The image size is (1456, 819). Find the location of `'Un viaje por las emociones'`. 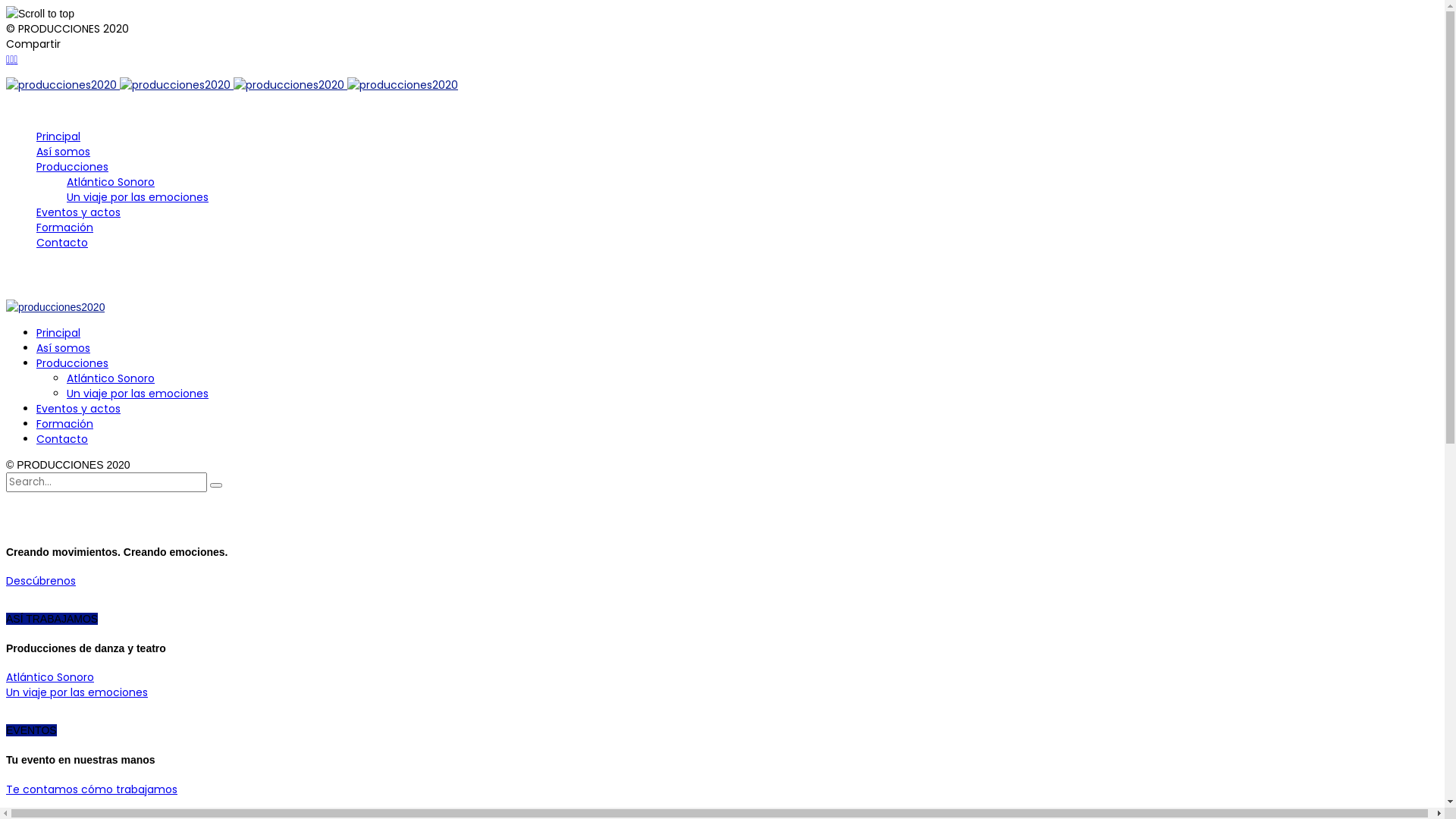

'Un viaje por las emociones' is located at coordinates (137, 393).